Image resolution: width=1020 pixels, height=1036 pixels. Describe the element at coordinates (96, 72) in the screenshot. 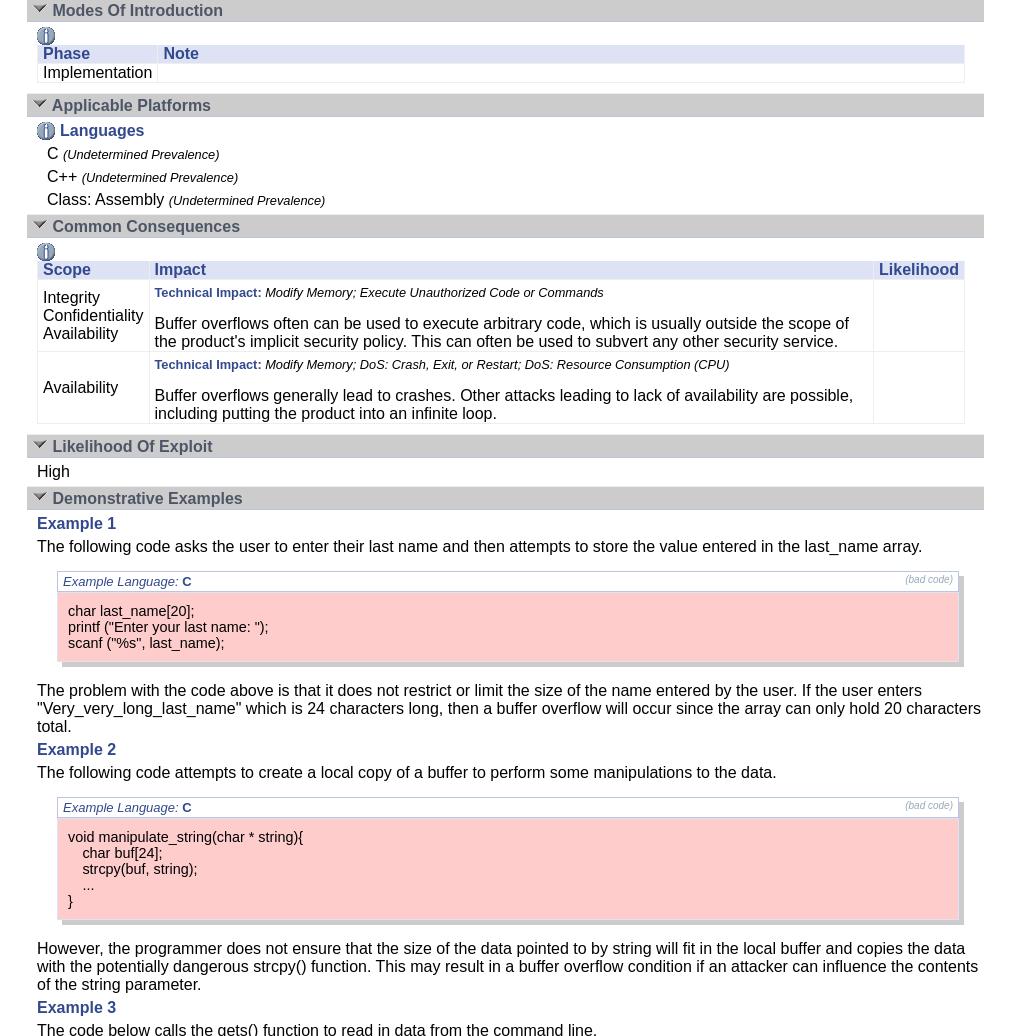

I see `'Implementation'` at that location.